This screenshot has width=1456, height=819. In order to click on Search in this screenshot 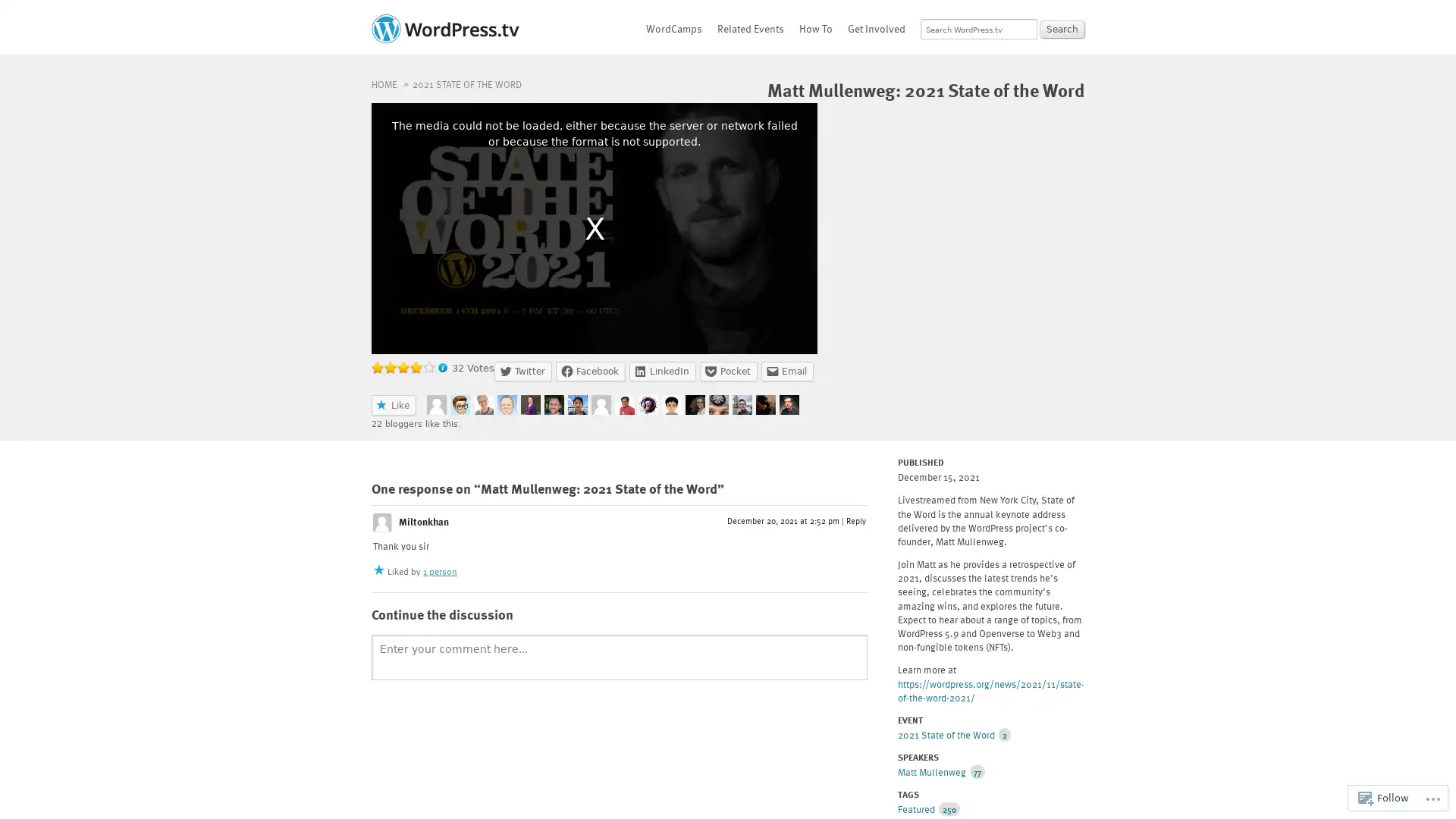, I will do `click(1062, 29)`.